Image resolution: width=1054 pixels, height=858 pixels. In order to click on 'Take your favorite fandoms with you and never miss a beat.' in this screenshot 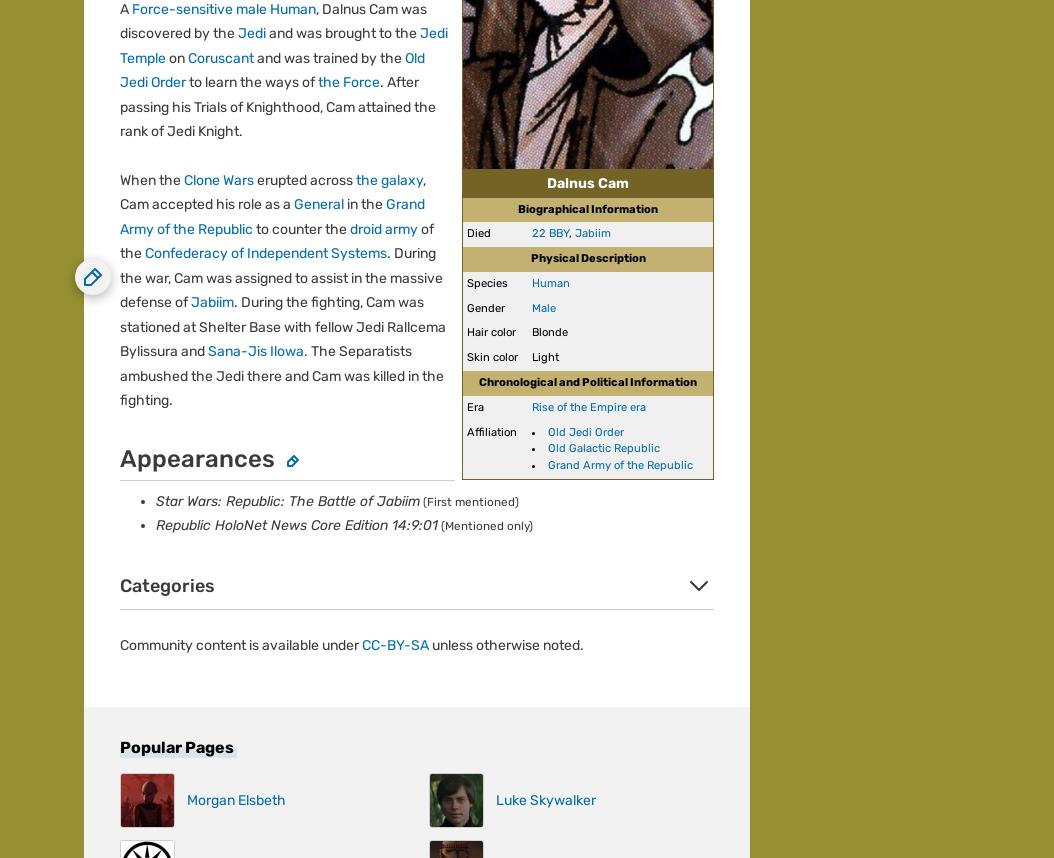, I will do `click(271, 376)`.